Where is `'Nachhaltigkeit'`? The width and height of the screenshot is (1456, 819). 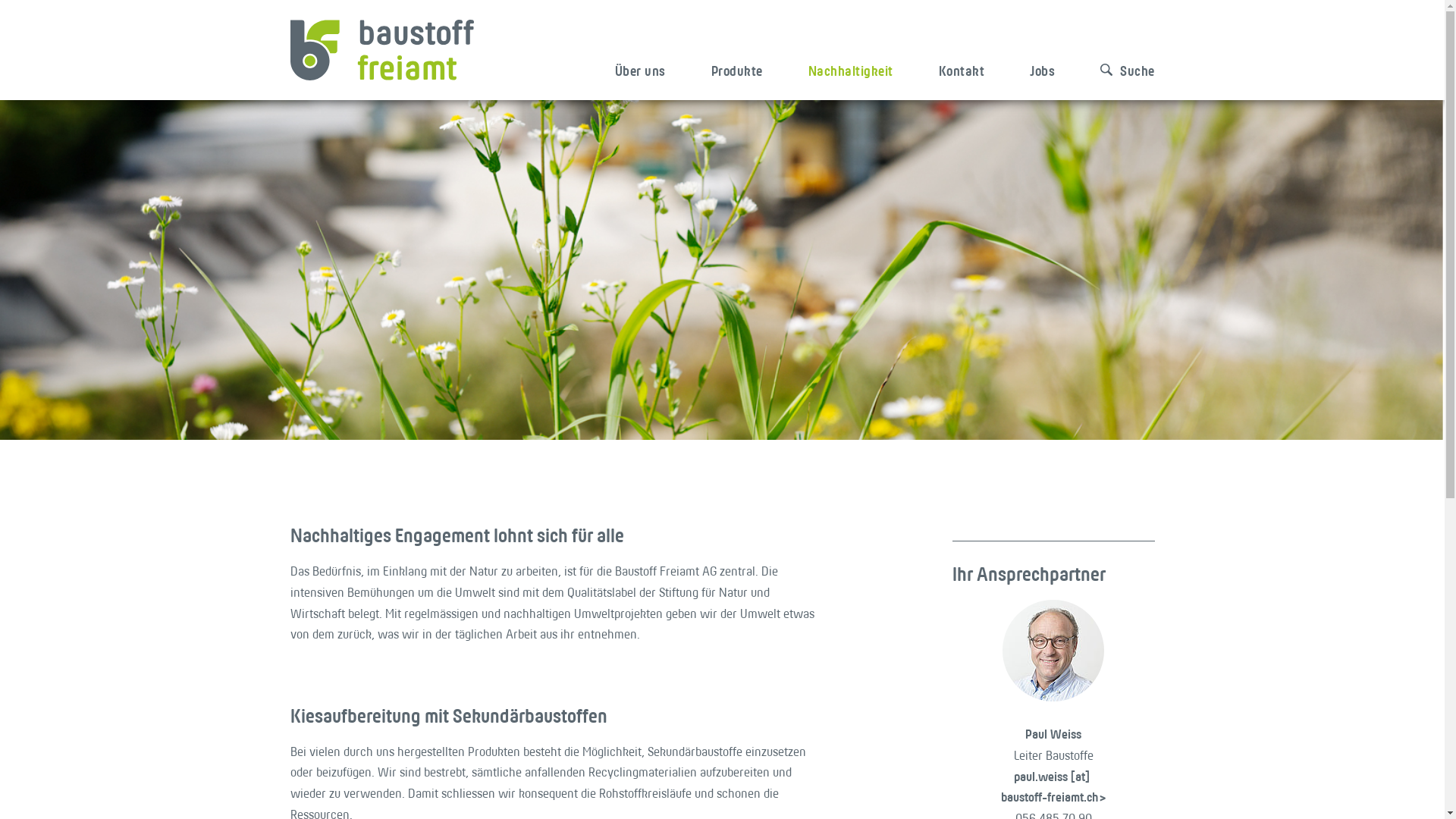
'Nachhaltigkeit' is located at coordinates (851, 64).